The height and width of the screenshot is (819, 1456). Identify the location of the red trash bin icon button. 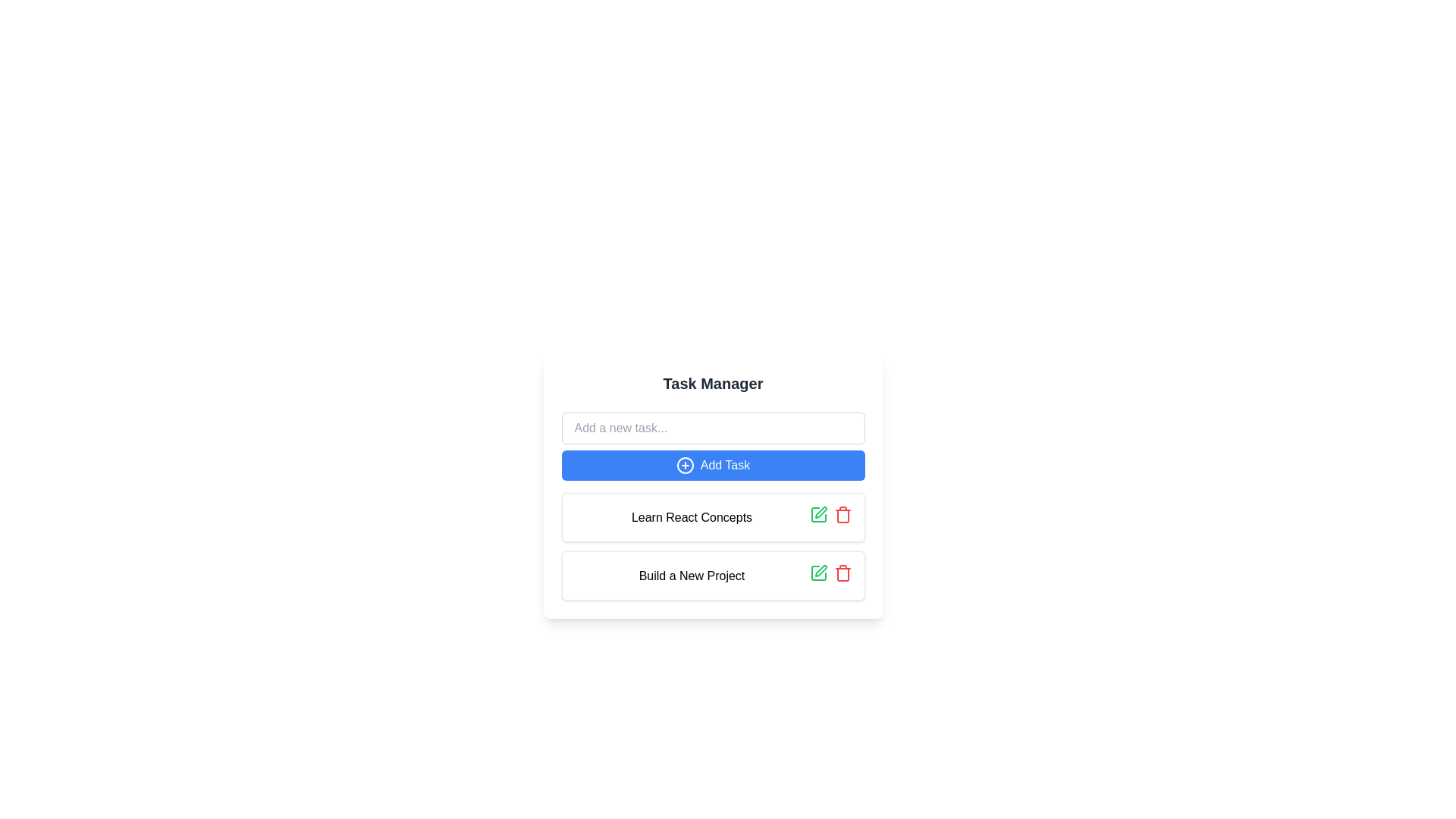
(842, 573).